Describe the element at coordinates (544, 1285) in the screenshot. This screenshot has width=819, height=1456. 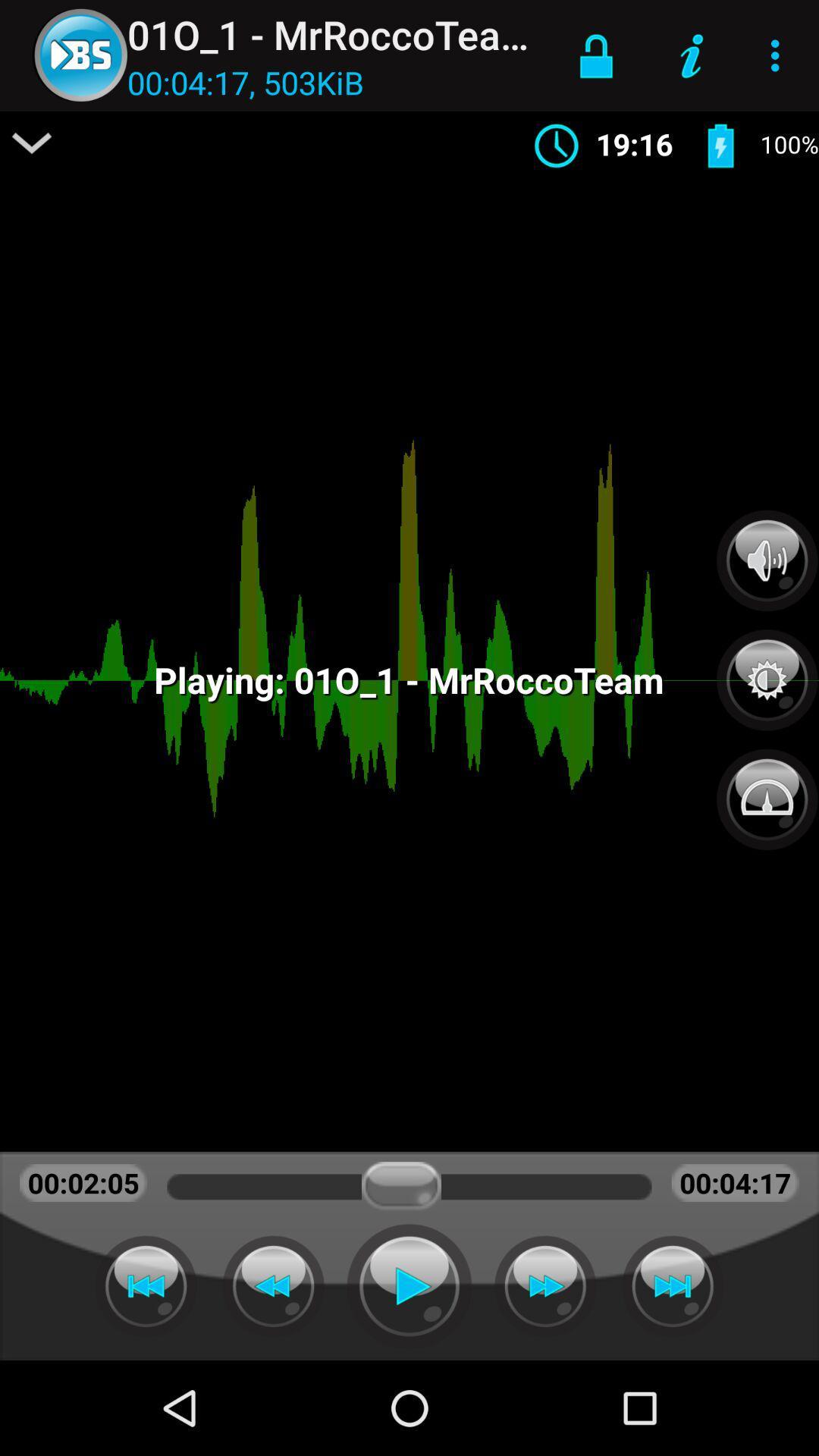
I see `fast forward` at that location.